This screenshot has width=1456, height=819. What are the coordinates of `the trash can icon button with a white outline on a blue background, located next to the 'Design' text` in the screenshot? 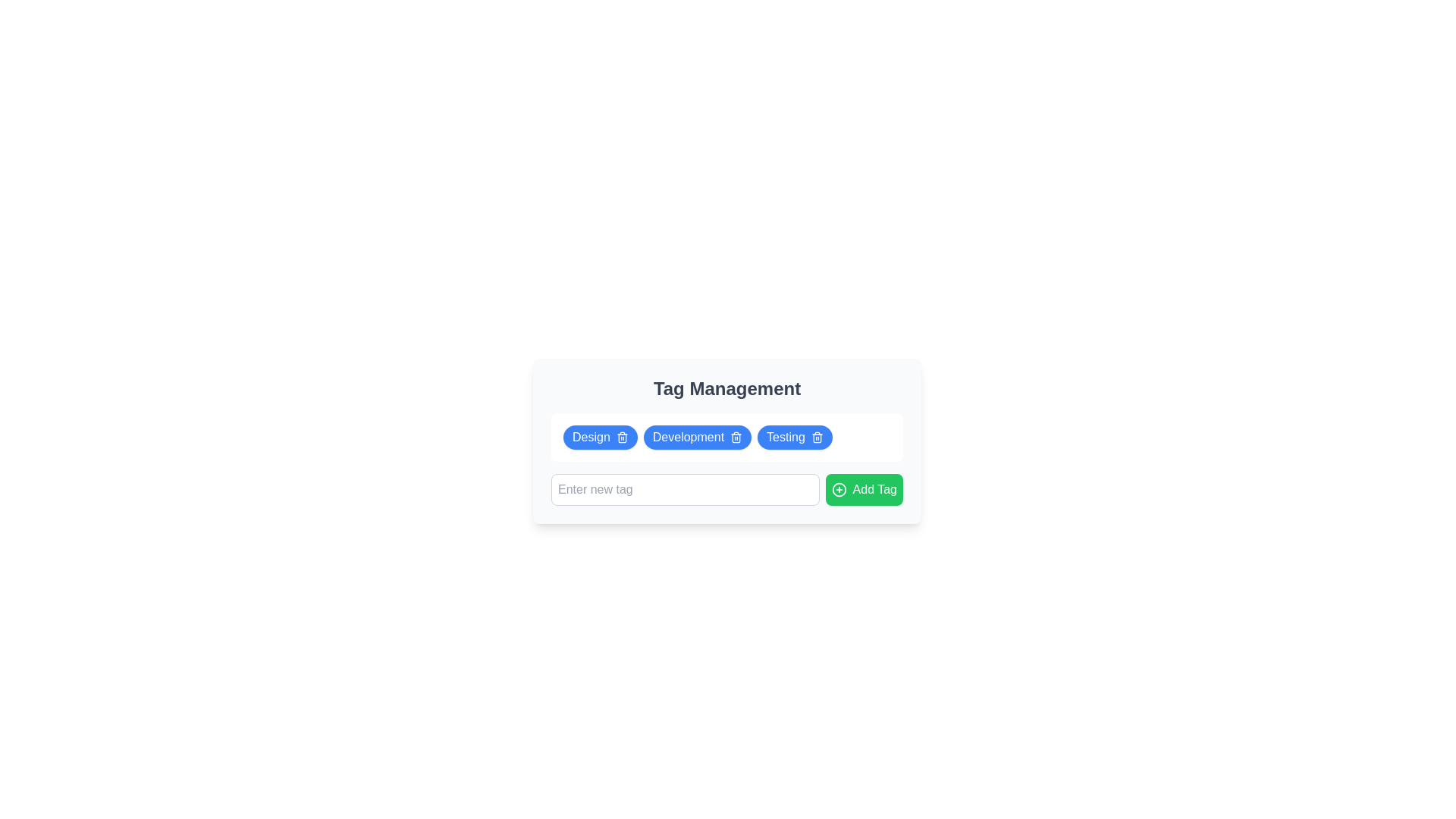 It's located at (622, 438).